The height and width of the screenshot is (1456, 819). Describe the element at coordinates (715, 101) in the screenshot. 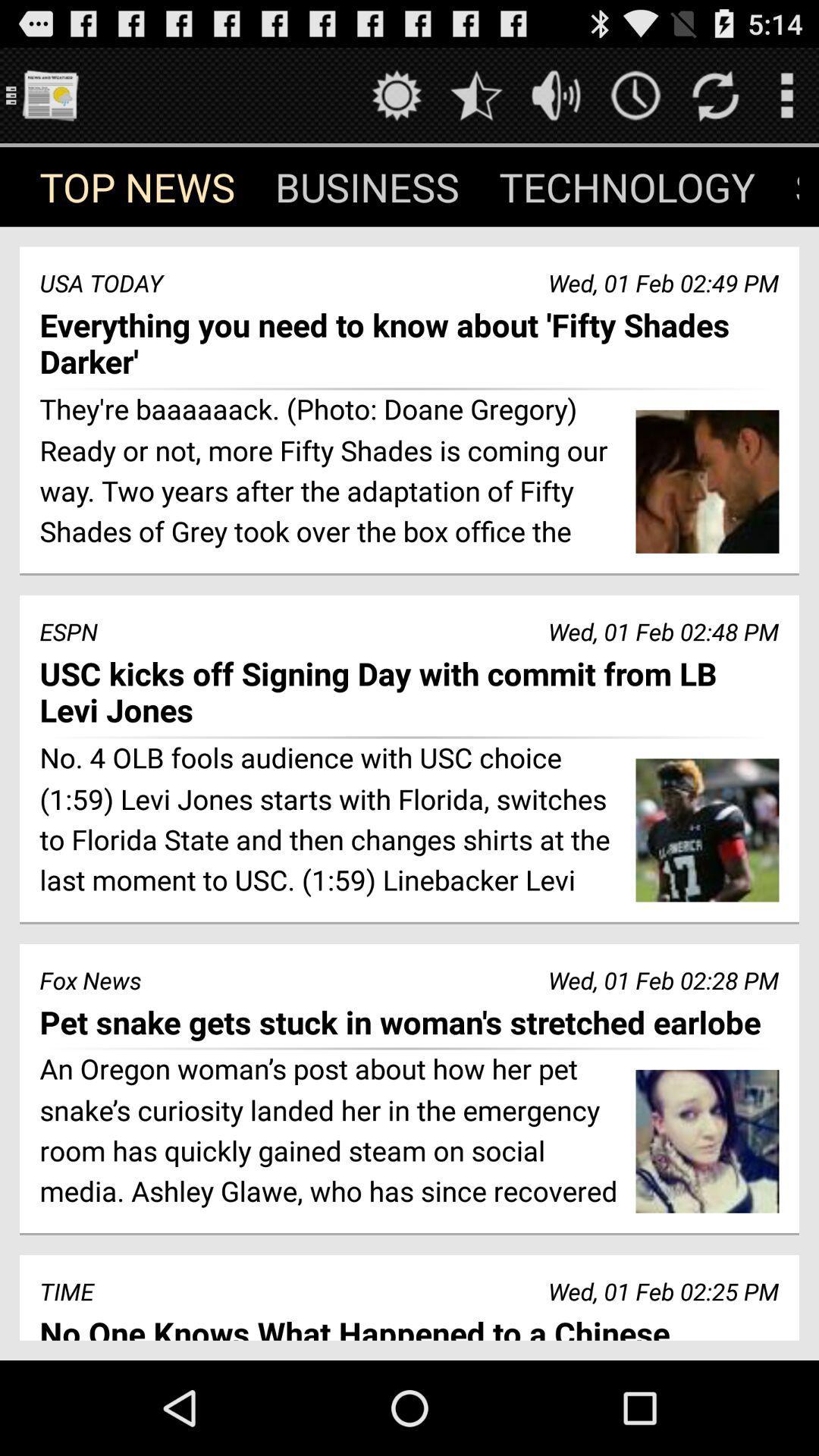

I see `the refresh icon` at that location.